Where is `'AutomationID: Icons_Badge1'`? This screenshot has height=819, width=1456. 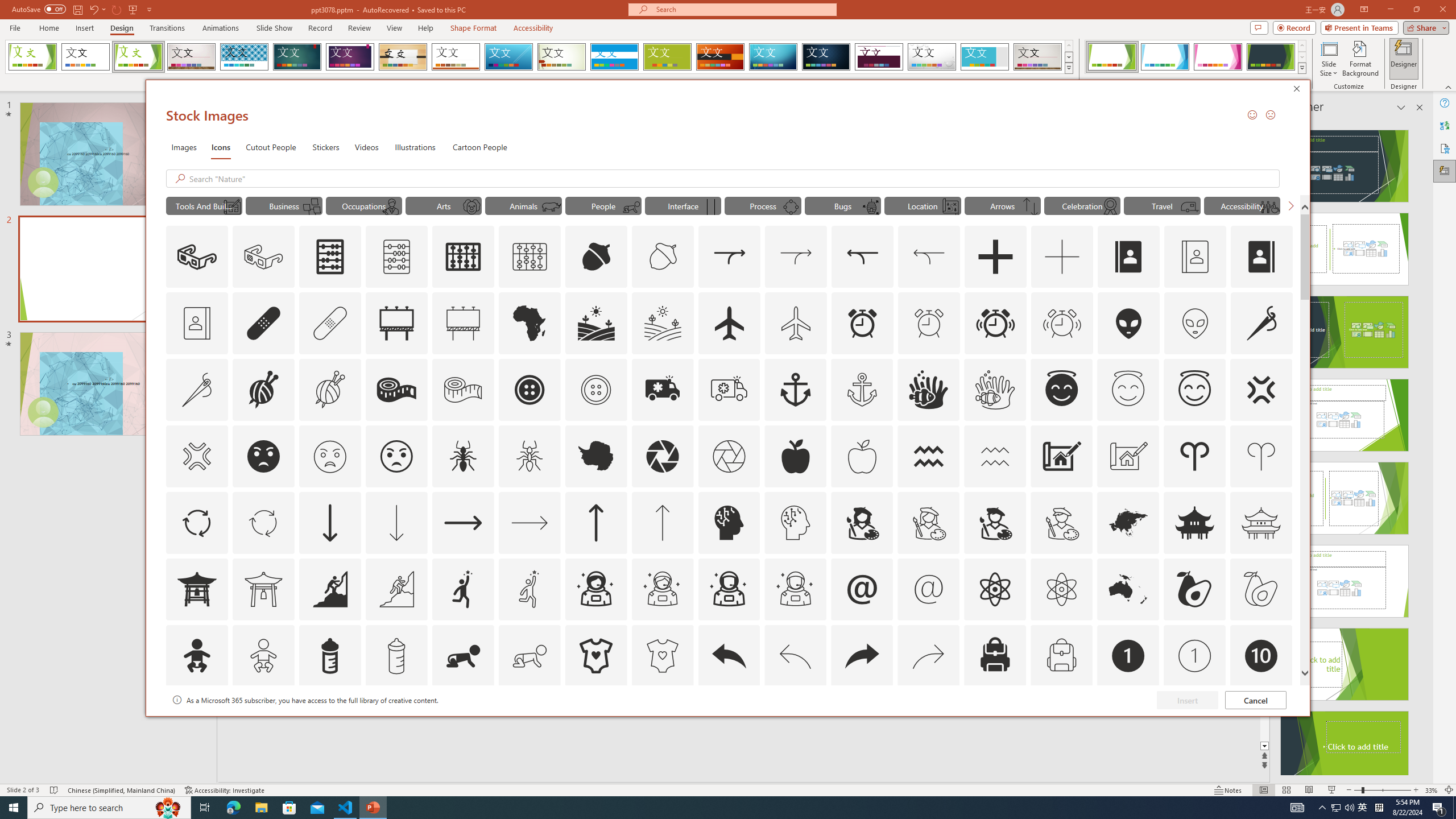
'AutomationID: Icons_Badge1' is located at coordinates (1128, 655).